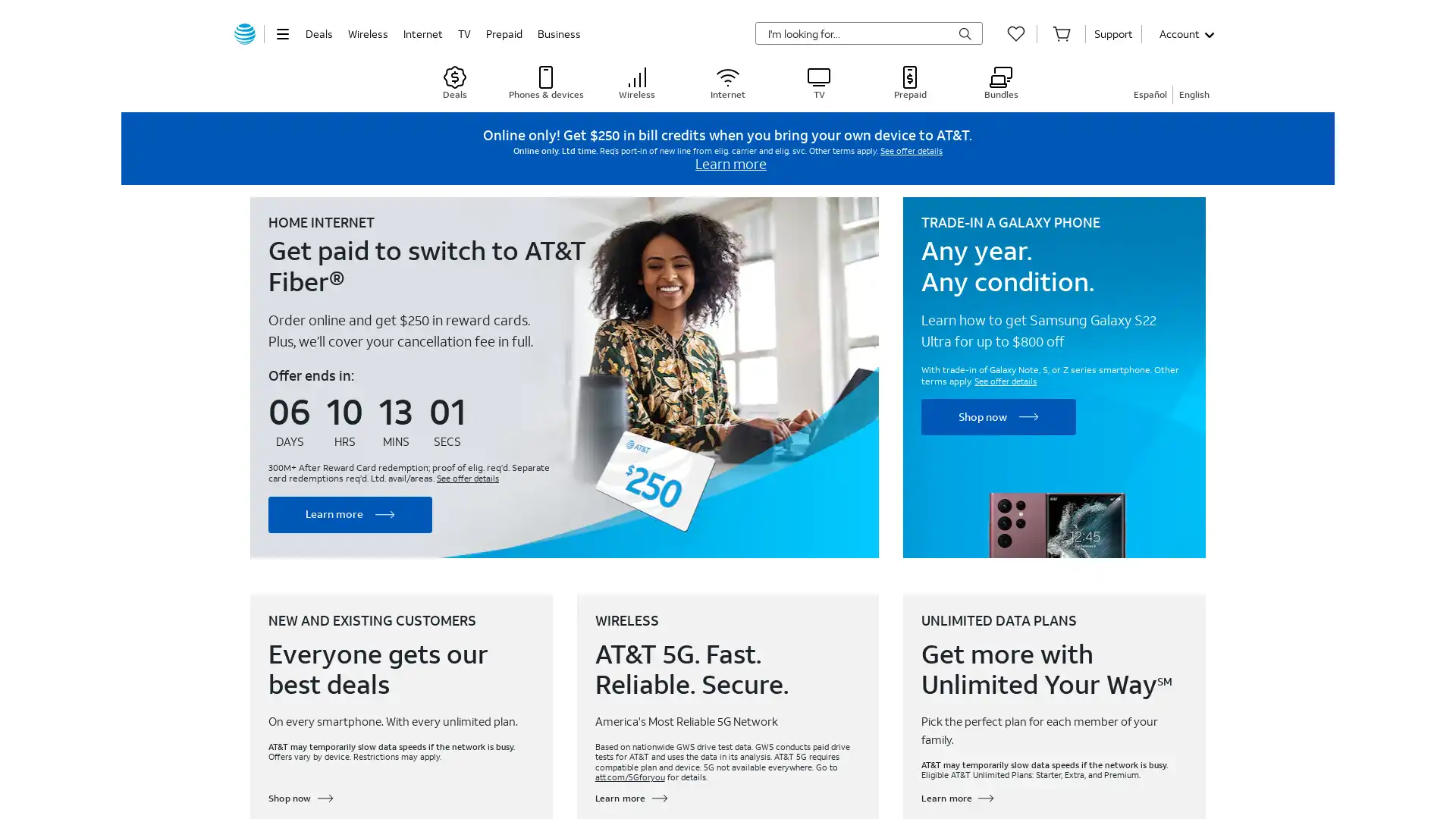 The width and height of the screenshot is (1456, 819). Describe the element at coordinates (964, 34) in the screenshot. I see `Search` at that location.